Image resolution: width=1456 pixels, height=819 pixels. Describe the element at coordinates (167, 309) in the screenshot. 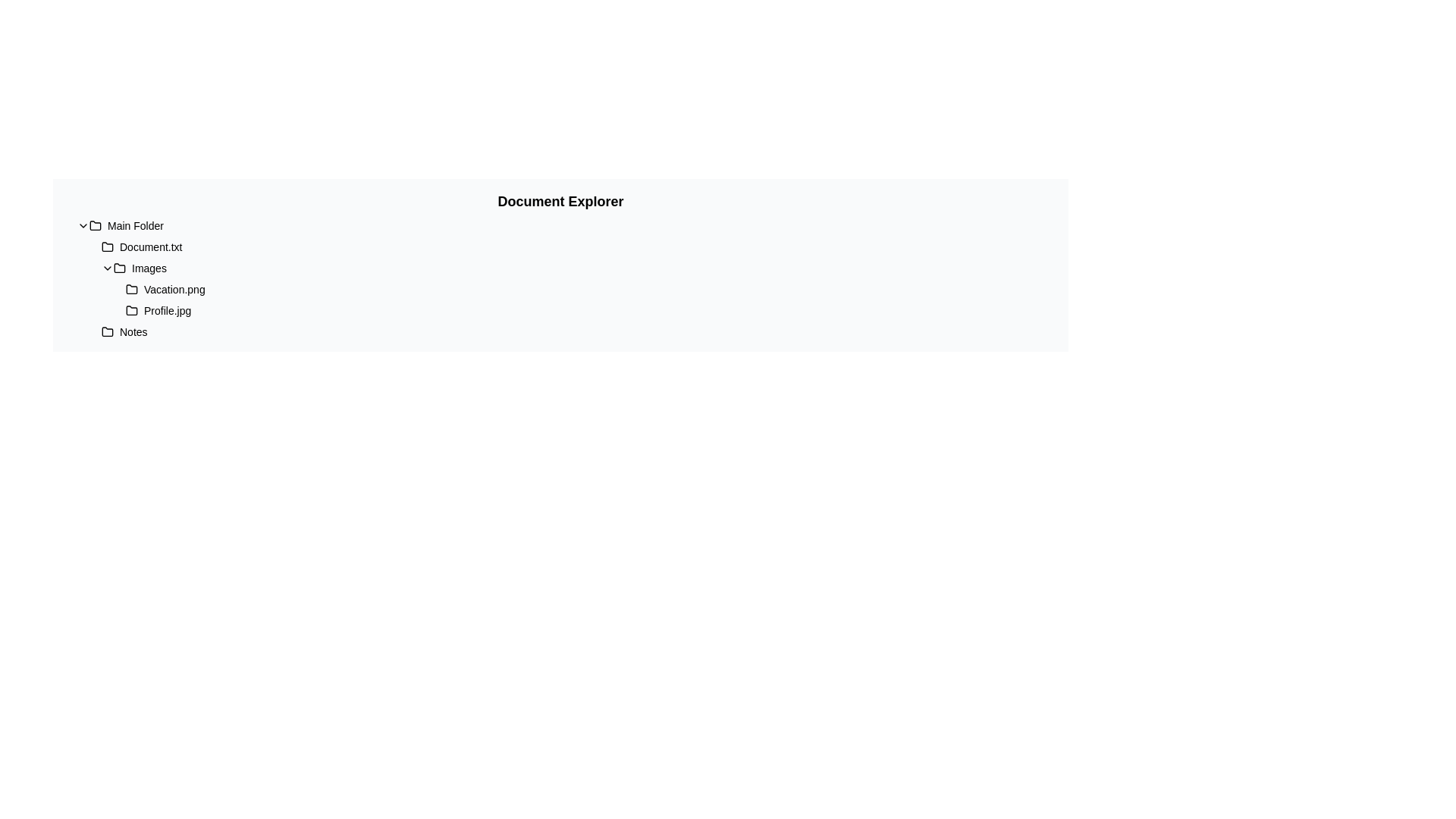

I see `the text label displaying the file name 'Profile.jpg' under the 'Images' folder` at that location.